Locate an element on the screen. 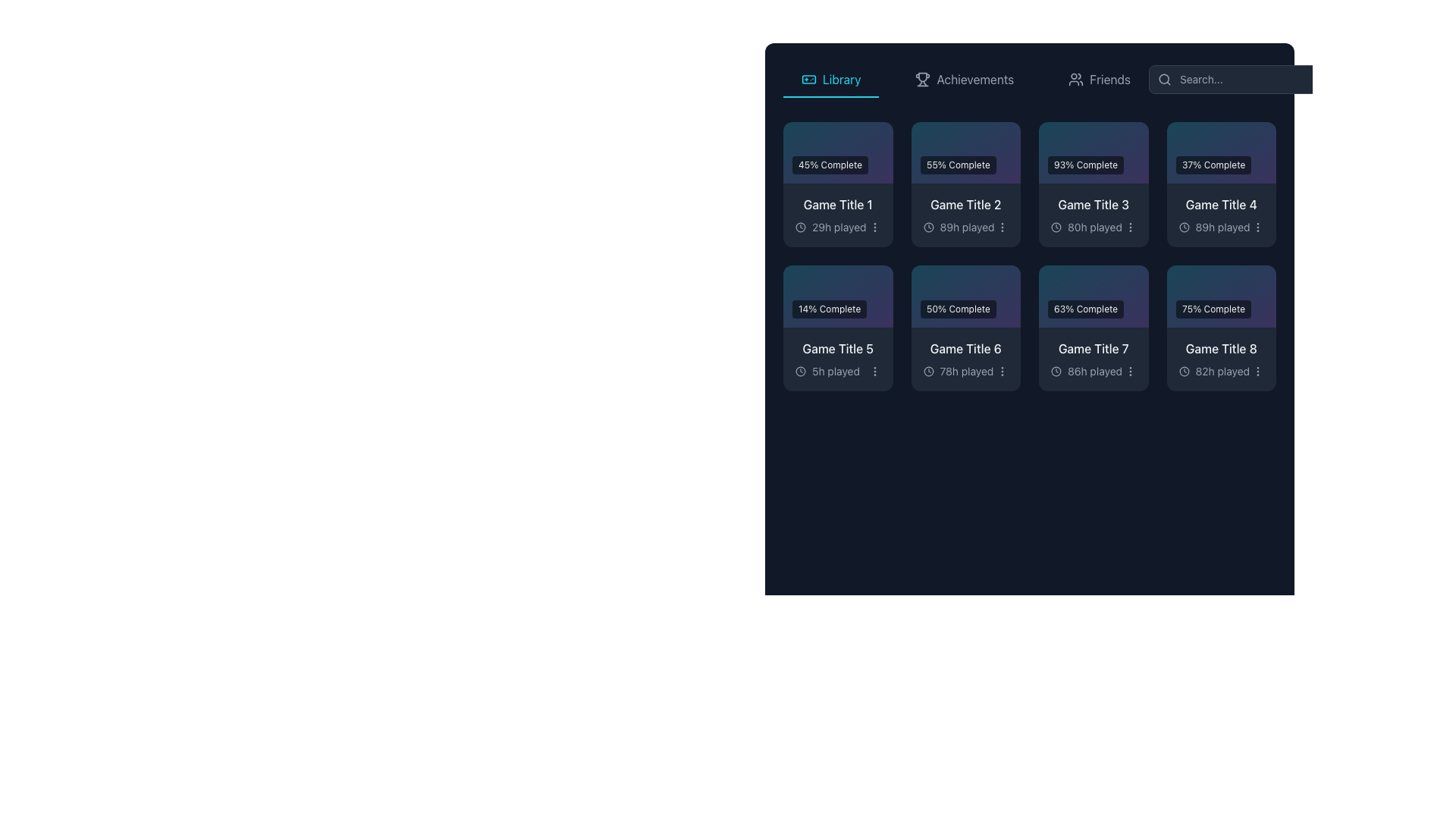 This screenshot has height=819, width=1456. displayed information from the progress indicator that shows '55% Complete' with a gradient background from cyan to purple is located at coordinates (965, 152).